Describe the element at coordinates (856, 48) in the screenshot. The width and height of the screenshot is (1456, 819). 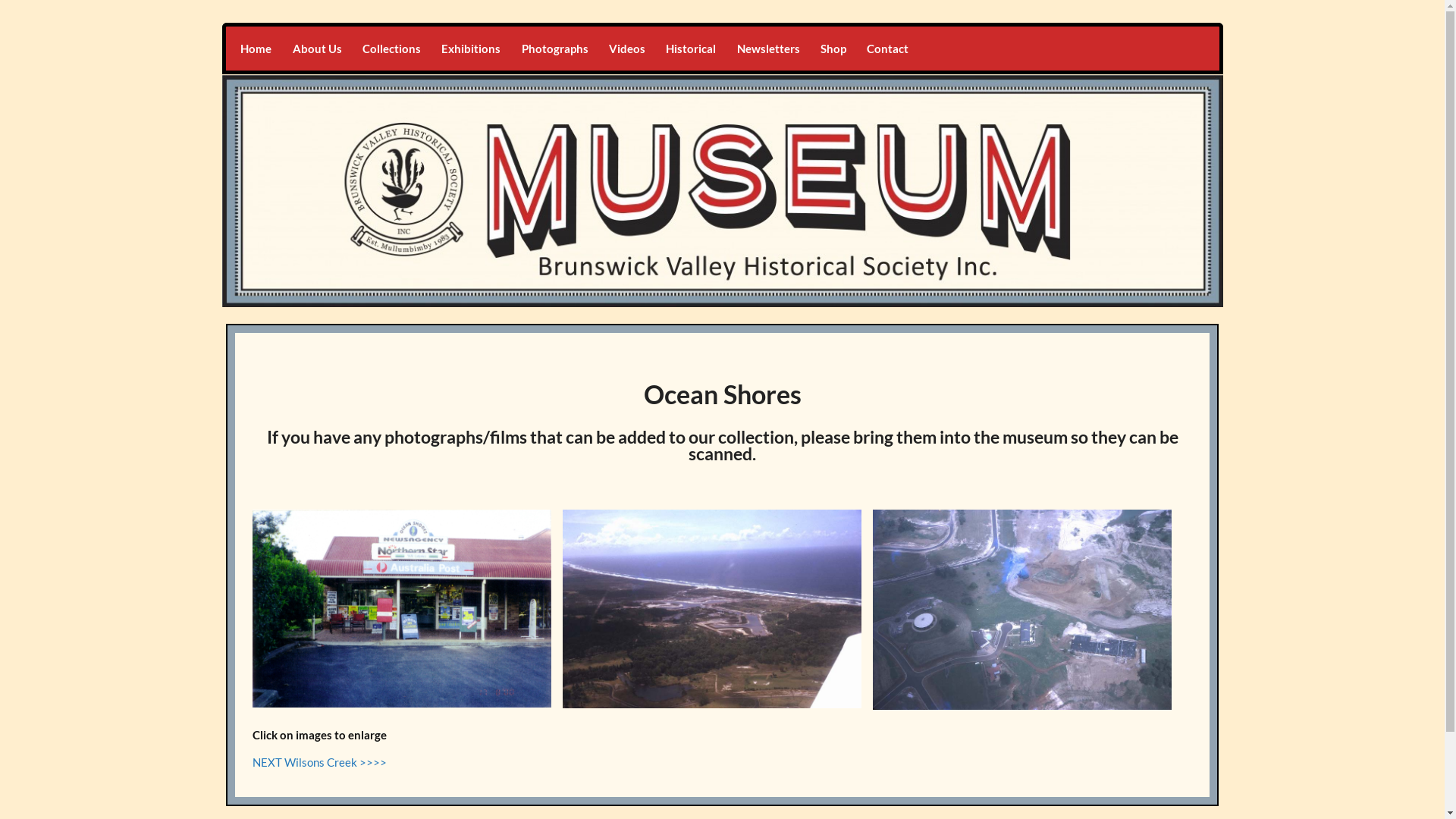
I see `'Contact'` at that location.